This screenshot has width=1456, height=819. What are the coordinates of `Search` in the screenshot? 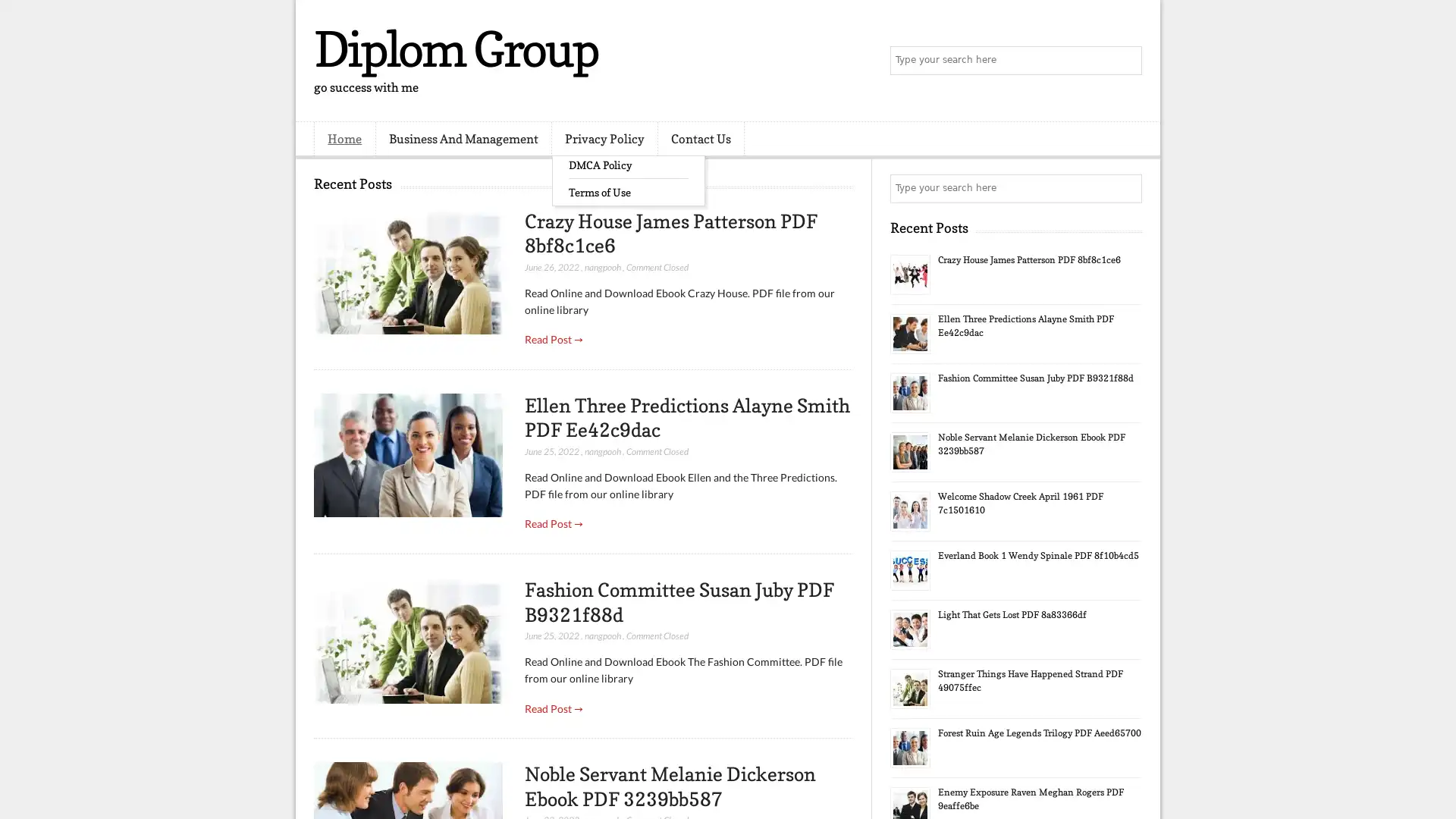 It's located at (1126, 188).